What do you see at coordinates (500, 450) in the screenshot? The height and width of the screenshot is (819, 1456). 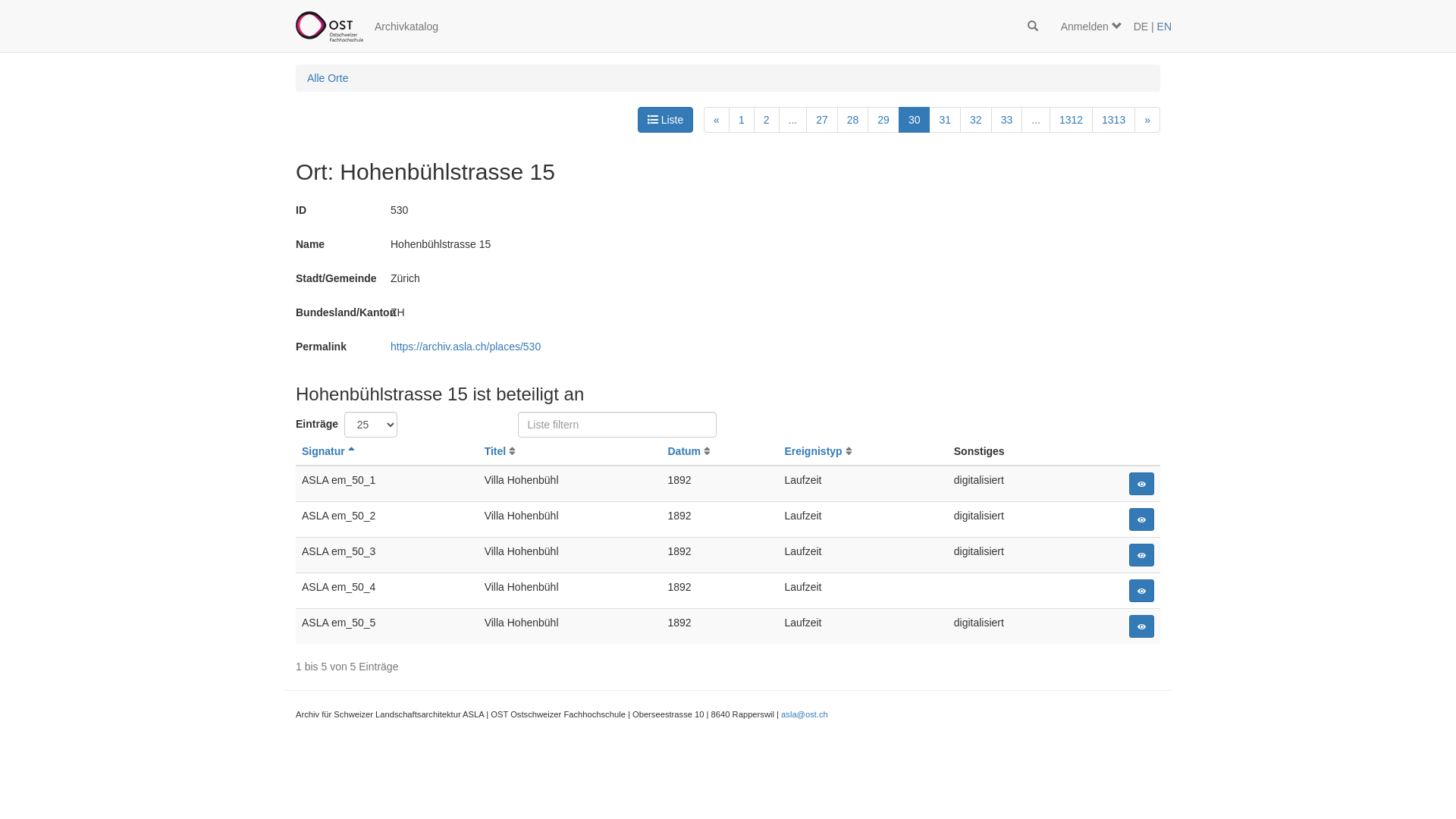 I see `'Titel'` at bounding box center [500, 450].